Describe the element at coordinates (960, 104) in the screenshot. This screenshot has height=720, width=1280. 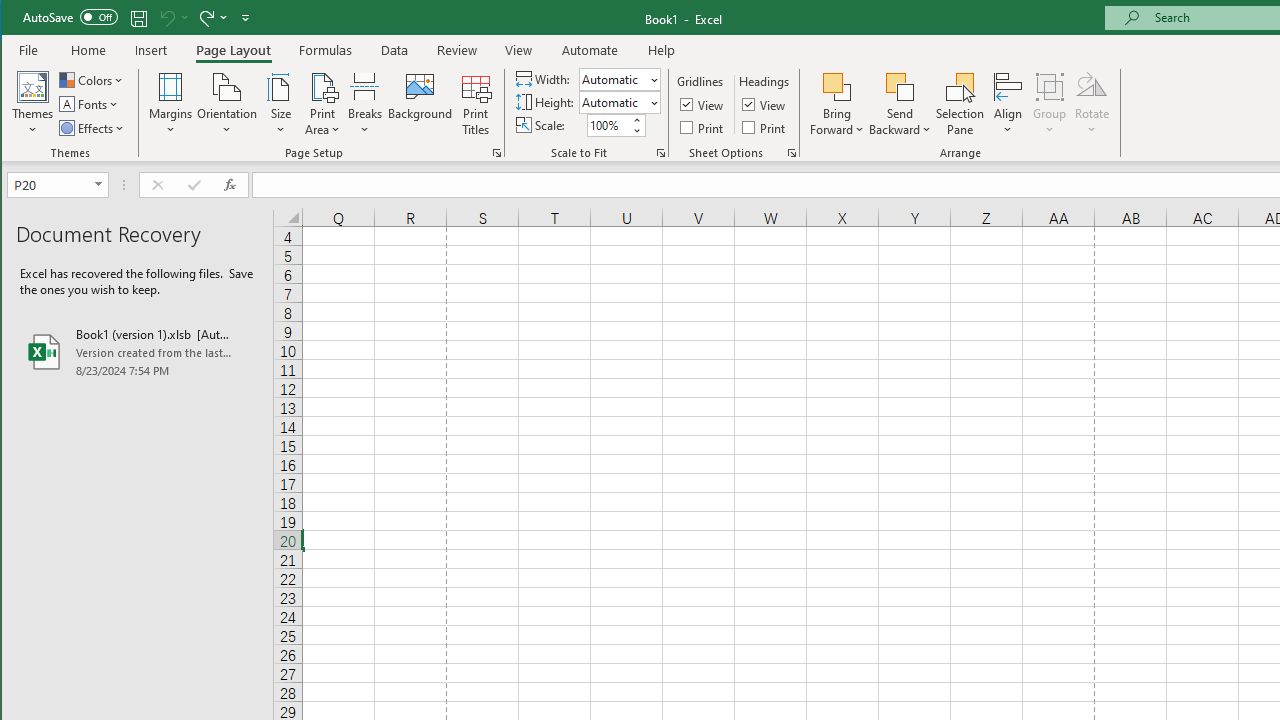
I see `'Selection Pane...'` at that location.